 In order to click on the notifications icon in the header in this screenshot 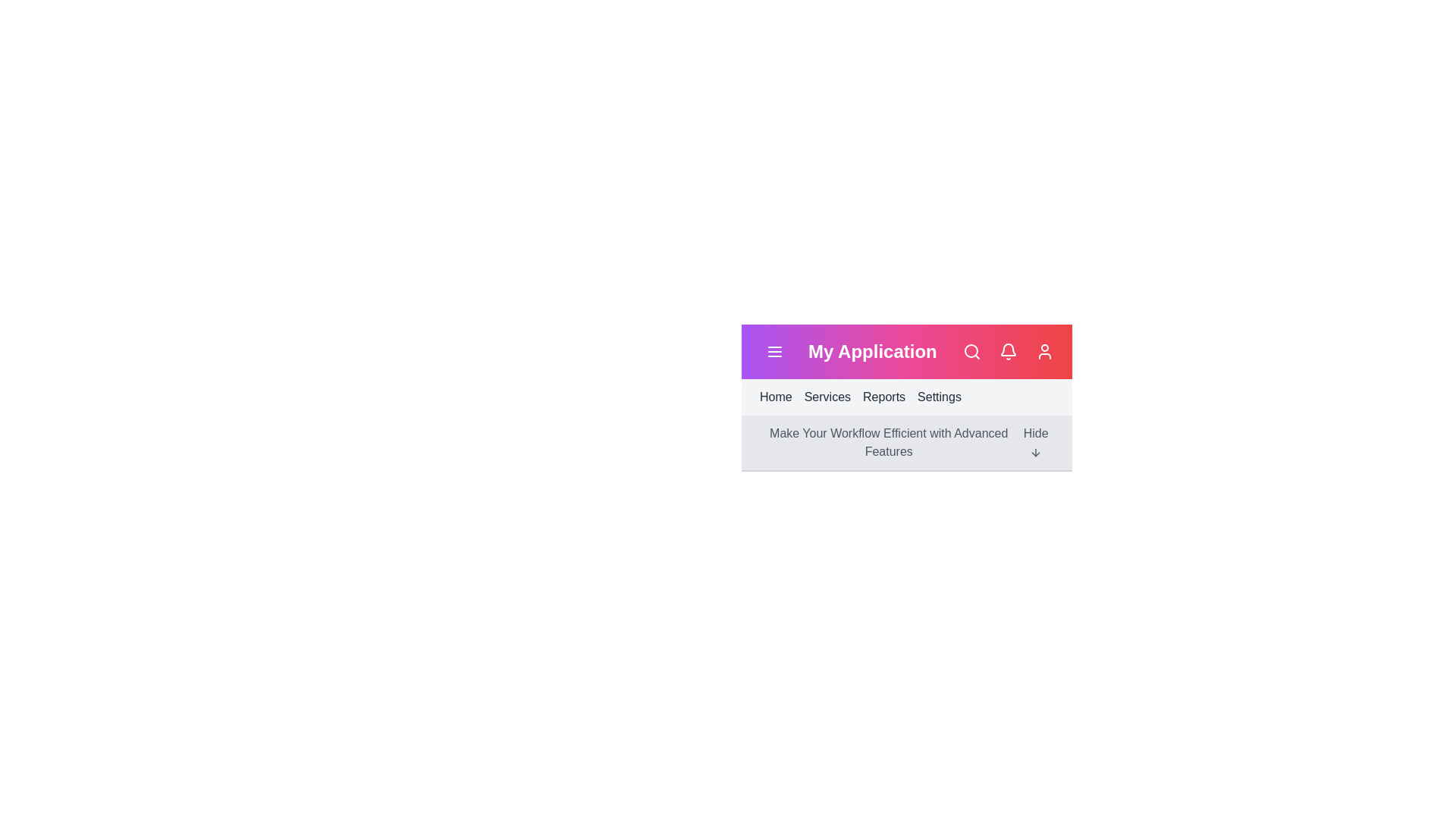, I will do `click(1008, 351)`.